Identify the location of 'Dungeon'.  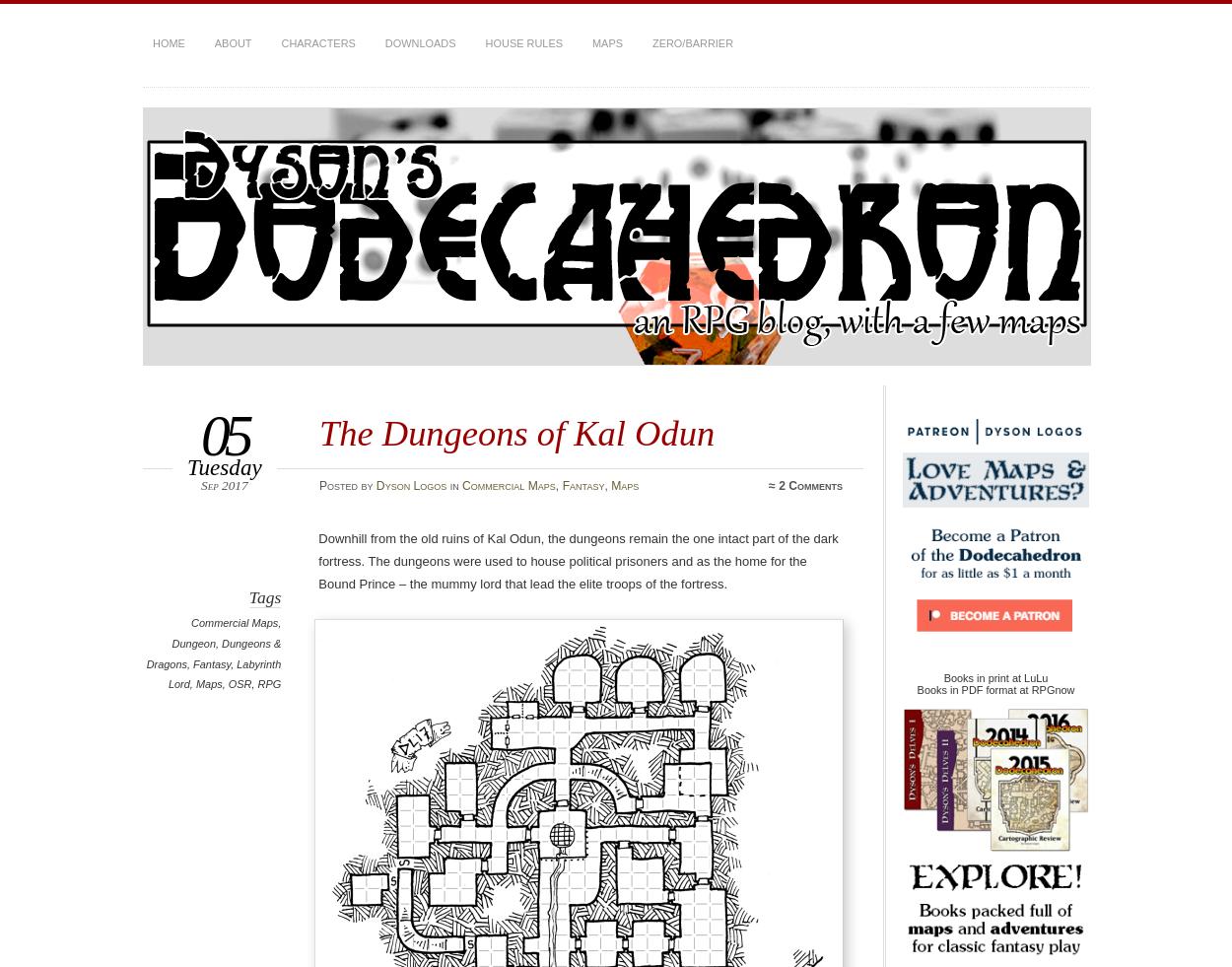
(192, 642).